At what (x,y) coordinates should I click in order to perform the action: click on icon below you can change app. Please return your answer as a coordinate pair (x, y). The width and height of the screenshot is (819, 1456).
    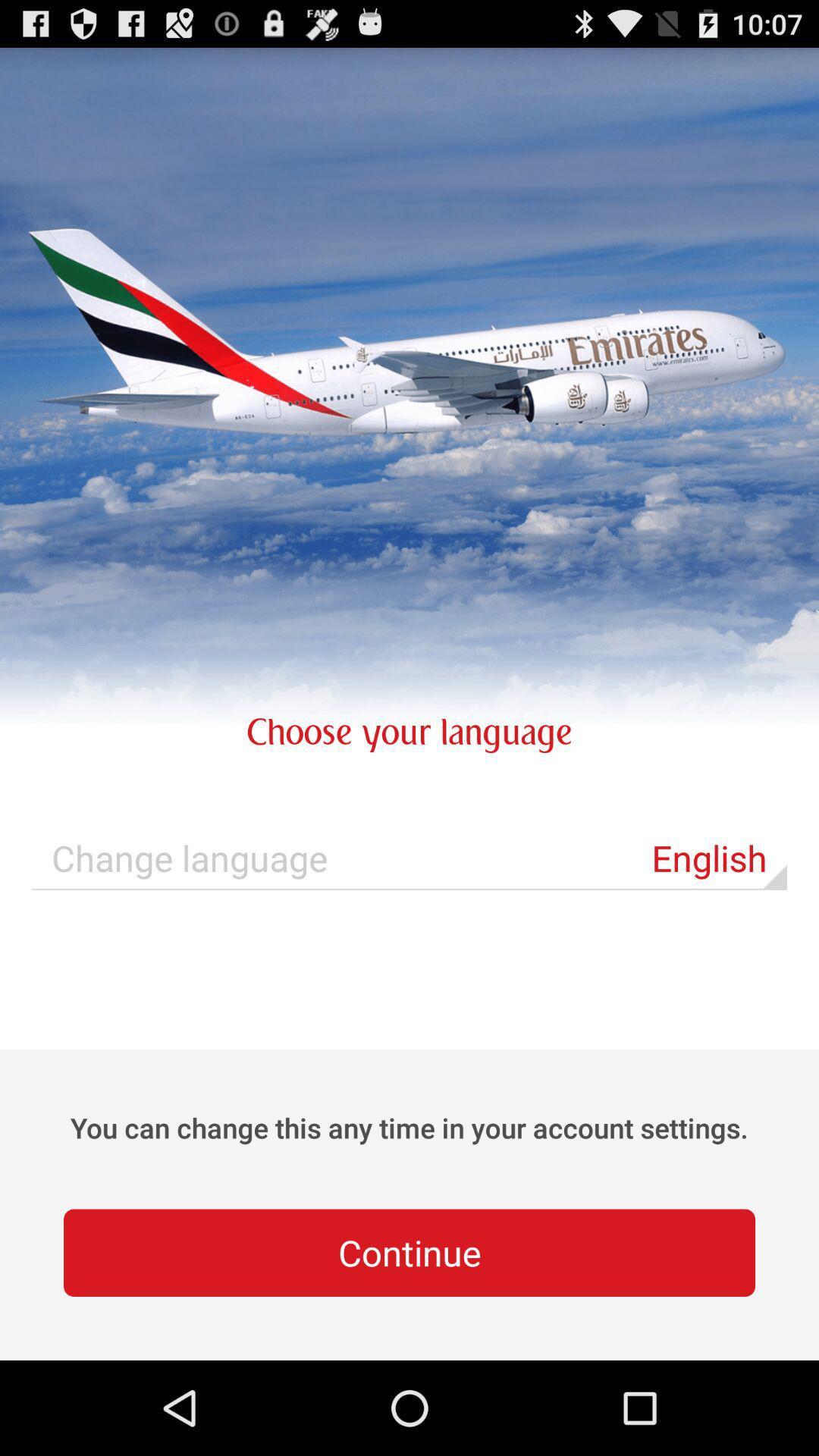
    Looking at the image, I should click on (409, 1253).